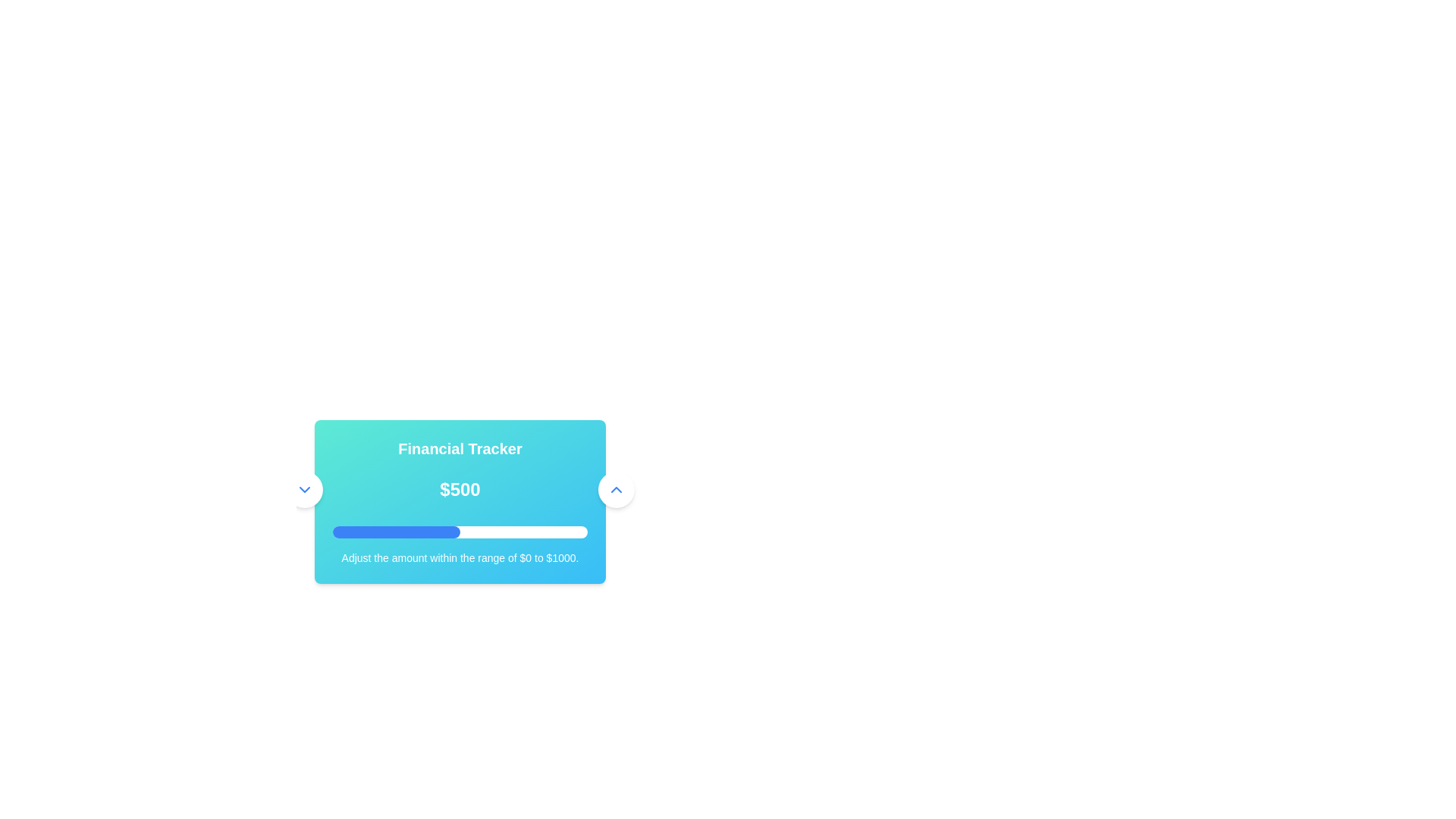 This screenshot has width=1456, height=819. Describe the element at coordinates (303, 489) in the screenshot. I see `the blue circular button with a downward pointing chevron icon located beneath the 'Financial Tracker' title` at that location.